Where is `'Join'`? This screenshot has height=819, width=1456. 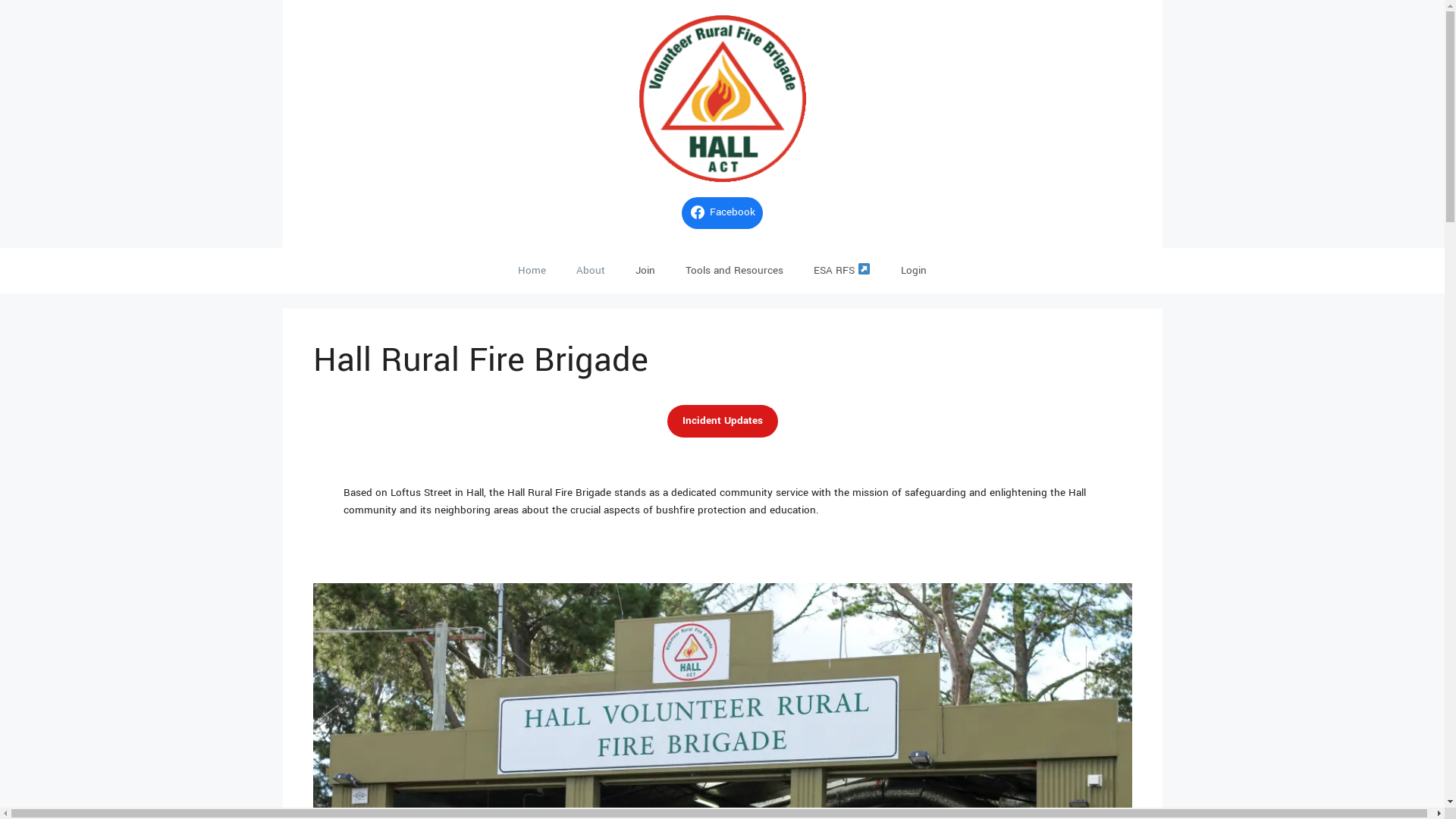
'Join' is located at coordinates (645, 270).